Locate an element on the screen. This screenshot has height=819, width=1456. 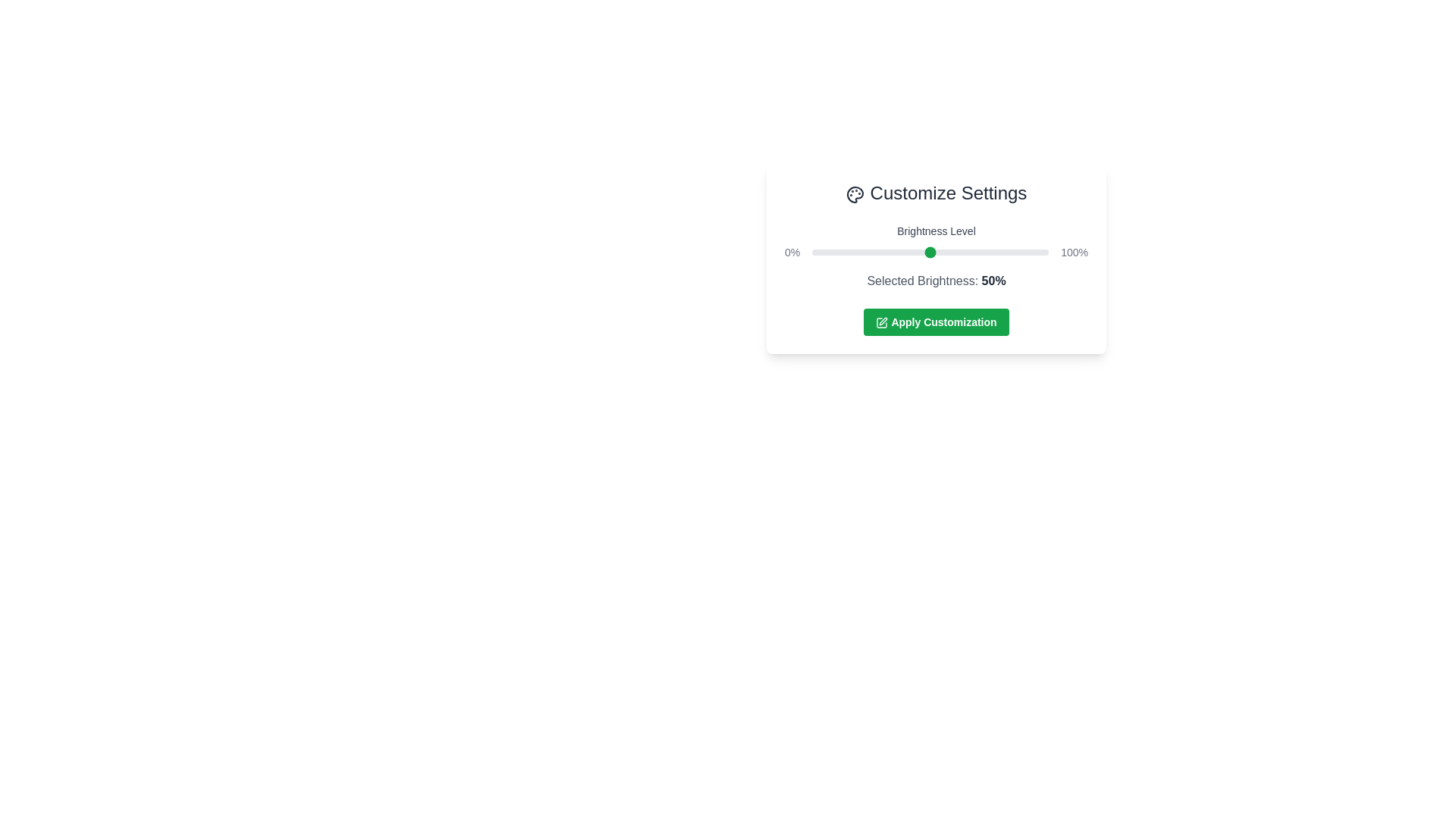
the brightness is located at coordinates (973, 251).